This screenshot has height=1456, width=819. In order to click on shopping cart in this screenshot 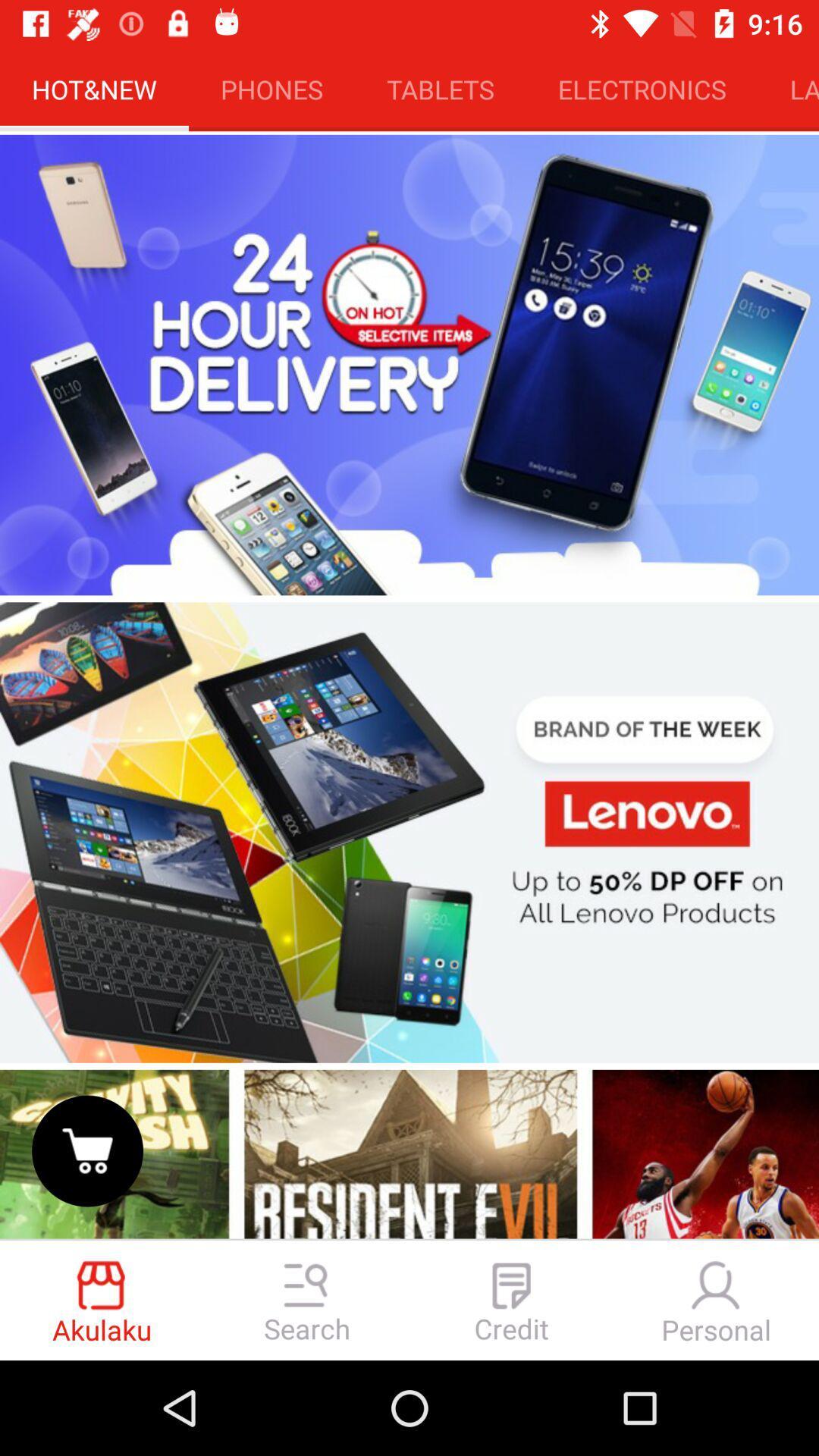, I will do `click(87, 1150)`.